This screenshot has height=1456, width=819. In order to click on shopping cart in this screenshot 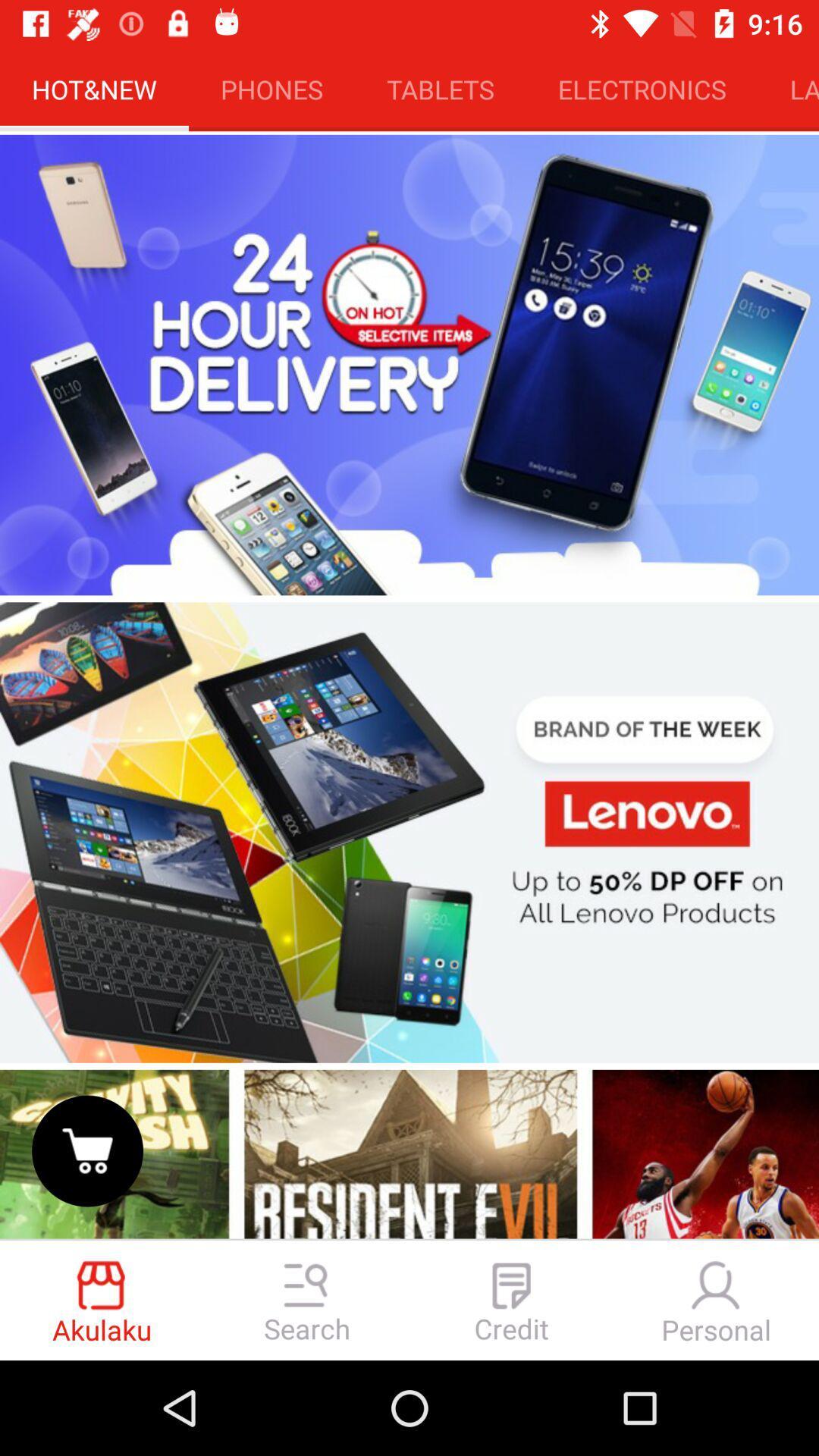, I will do `click(87, 1150)`.